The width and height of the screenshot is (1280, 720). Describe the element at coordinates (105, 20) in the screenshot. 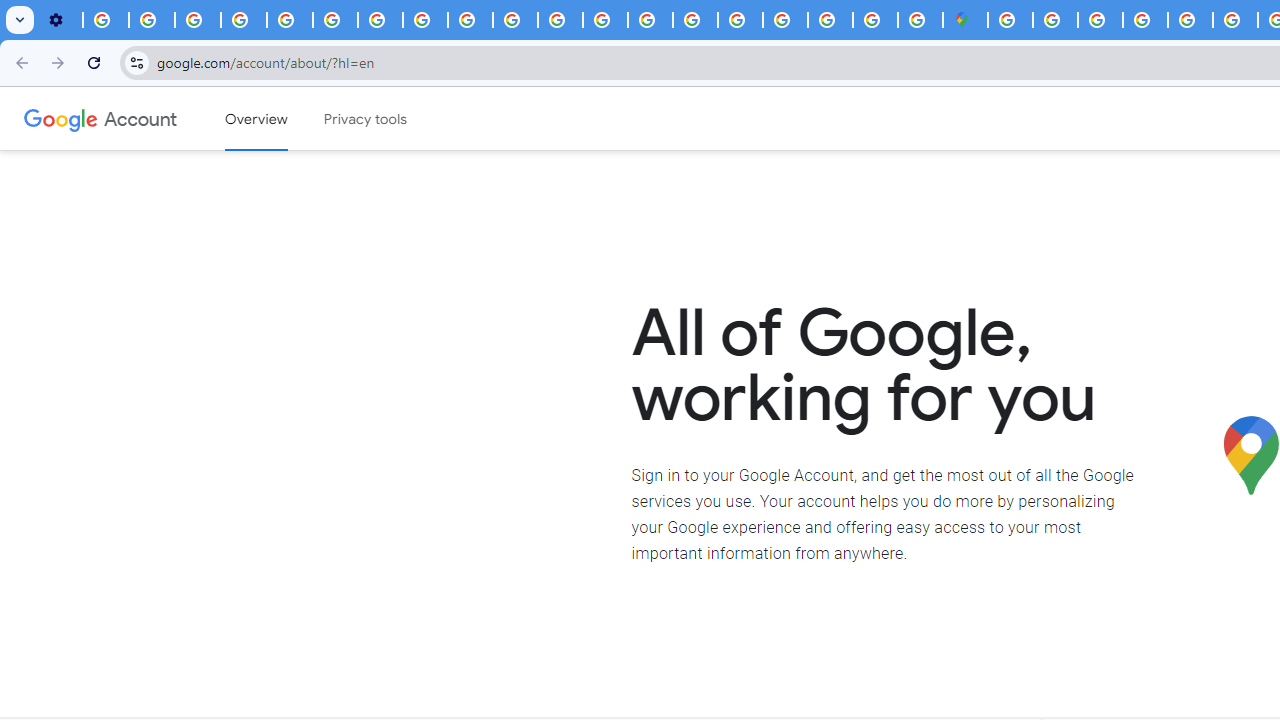

I see `'Delete photos & videos - Computer - Google Photos Help'` at that location.